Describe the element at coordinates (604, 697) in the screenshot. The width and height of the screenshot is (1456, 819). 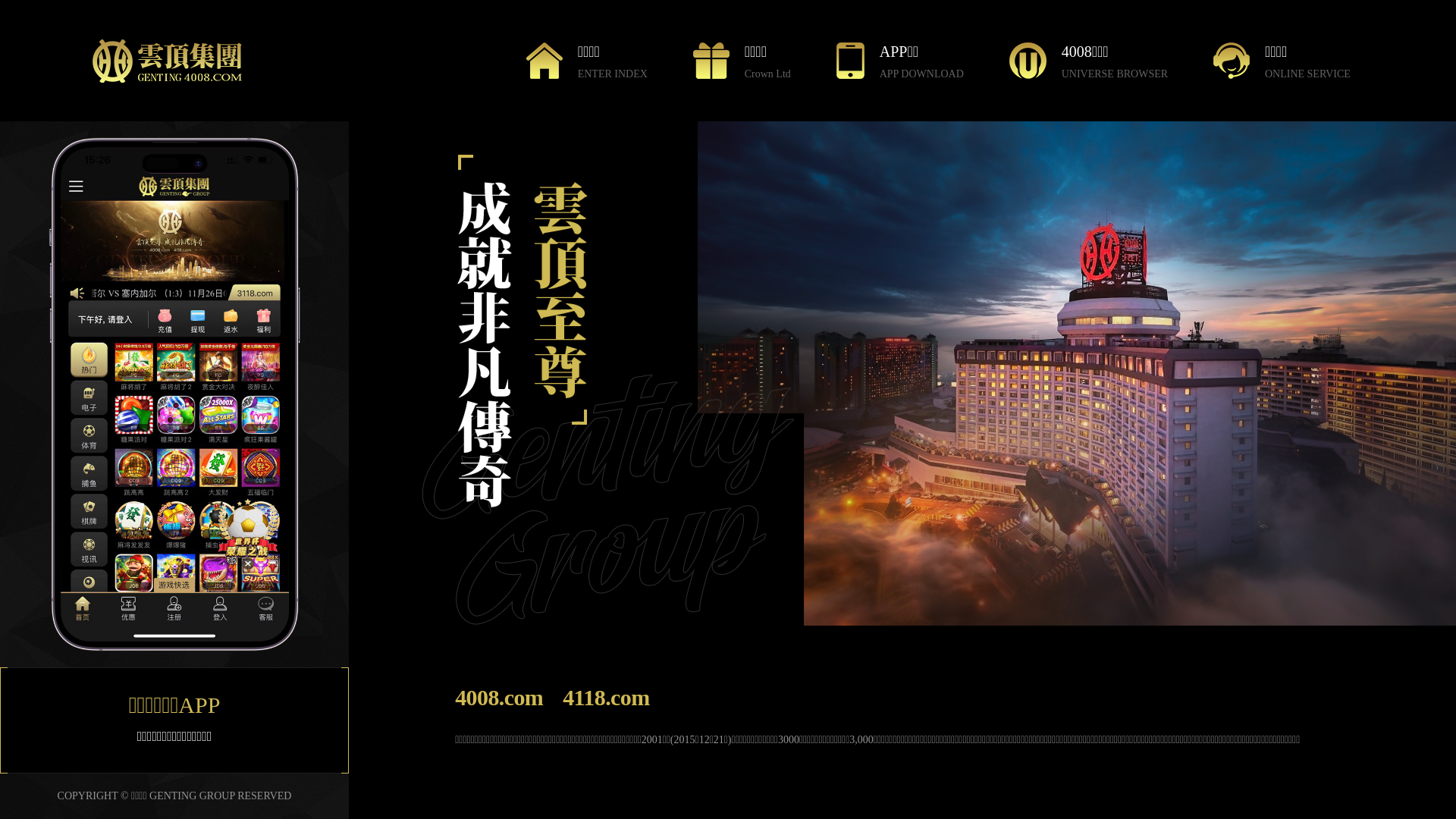
I see `'4118.com'` at that location.